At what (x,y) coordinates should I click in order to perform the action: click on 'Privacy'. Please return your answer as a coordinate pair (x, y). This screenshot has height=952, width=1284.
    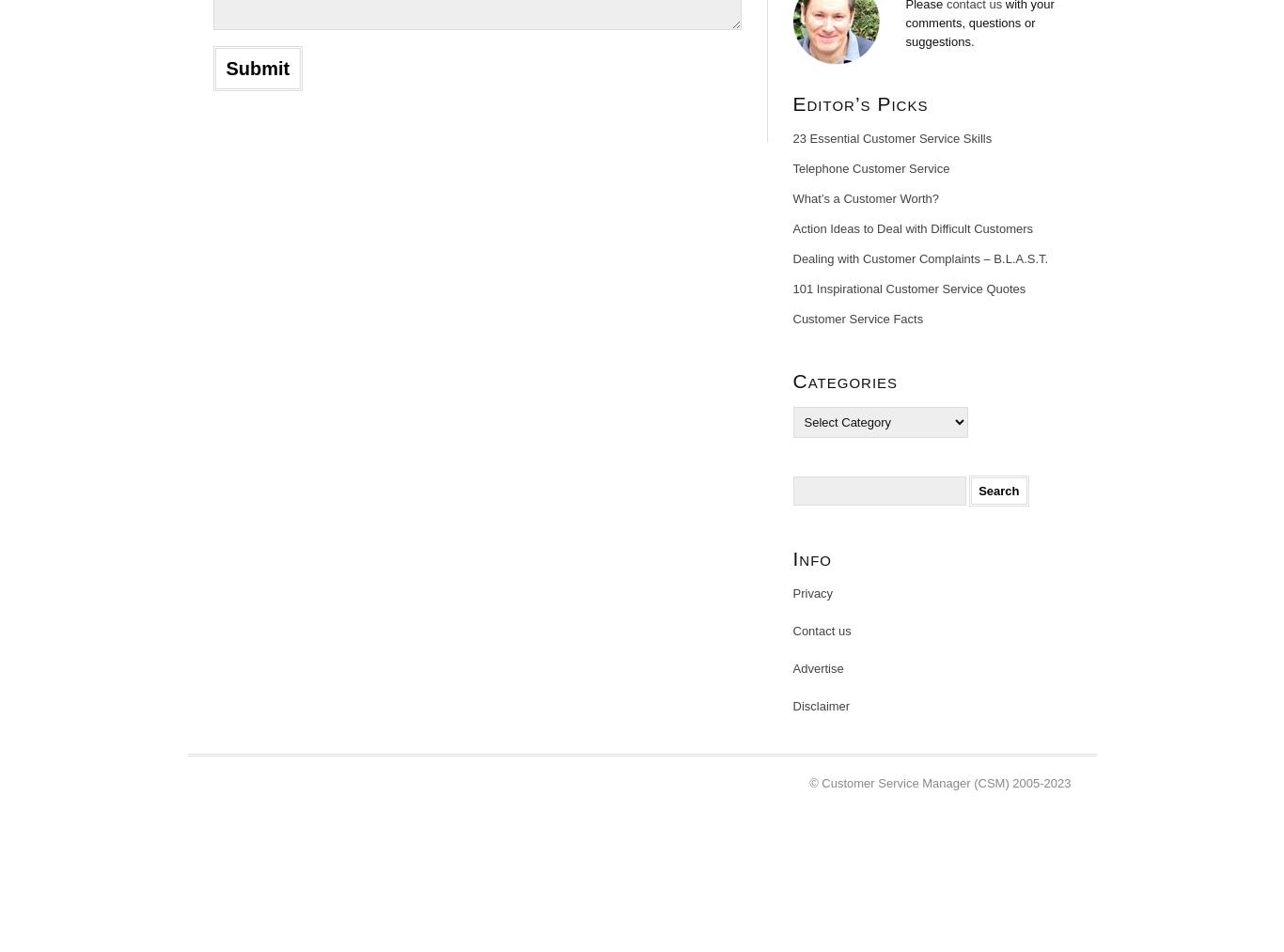
    Looking at the image, I should click on (791, 592).